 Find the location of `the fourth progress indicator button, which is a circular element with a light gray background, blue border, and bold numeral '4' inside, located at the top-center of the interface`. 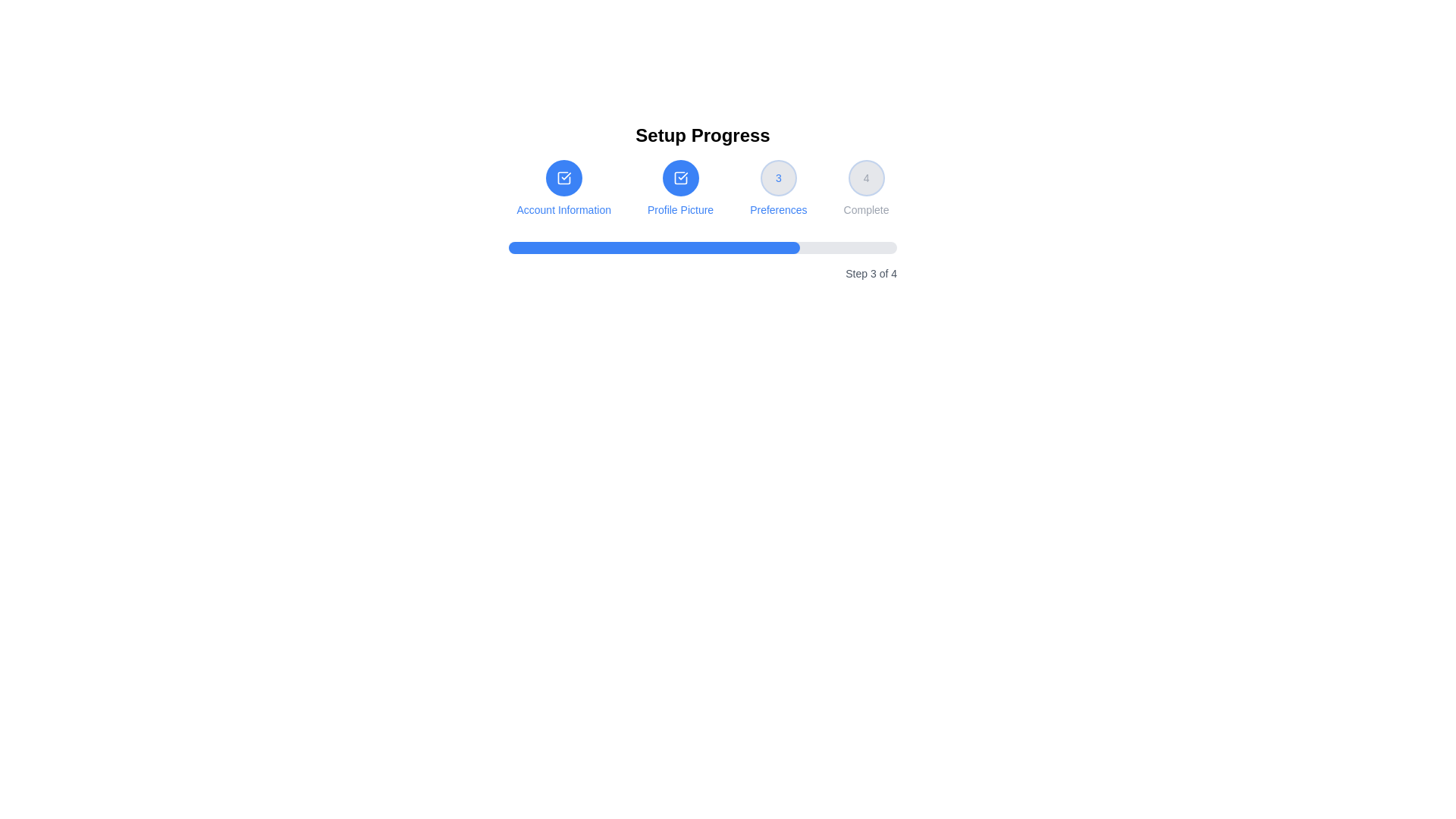

the fourth progress indicator button, which is a circular element with a light gray background, blue border, and bold numeral '4' inside, located at the top-center of the interface is located at coordinates (866, 177).